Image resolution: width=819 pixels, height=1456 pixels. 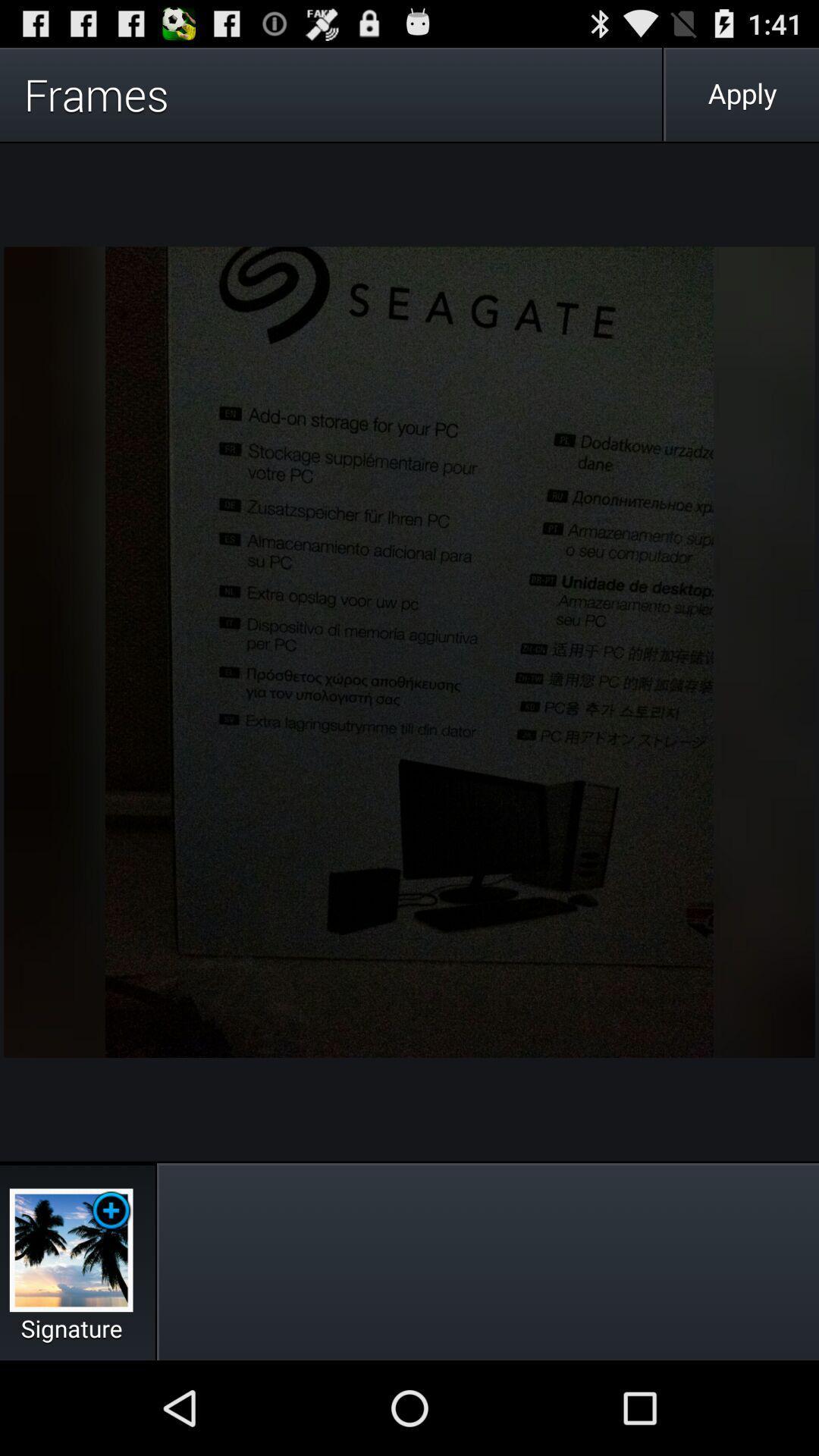 I want to click on apply item, so click(x=742, y=93).